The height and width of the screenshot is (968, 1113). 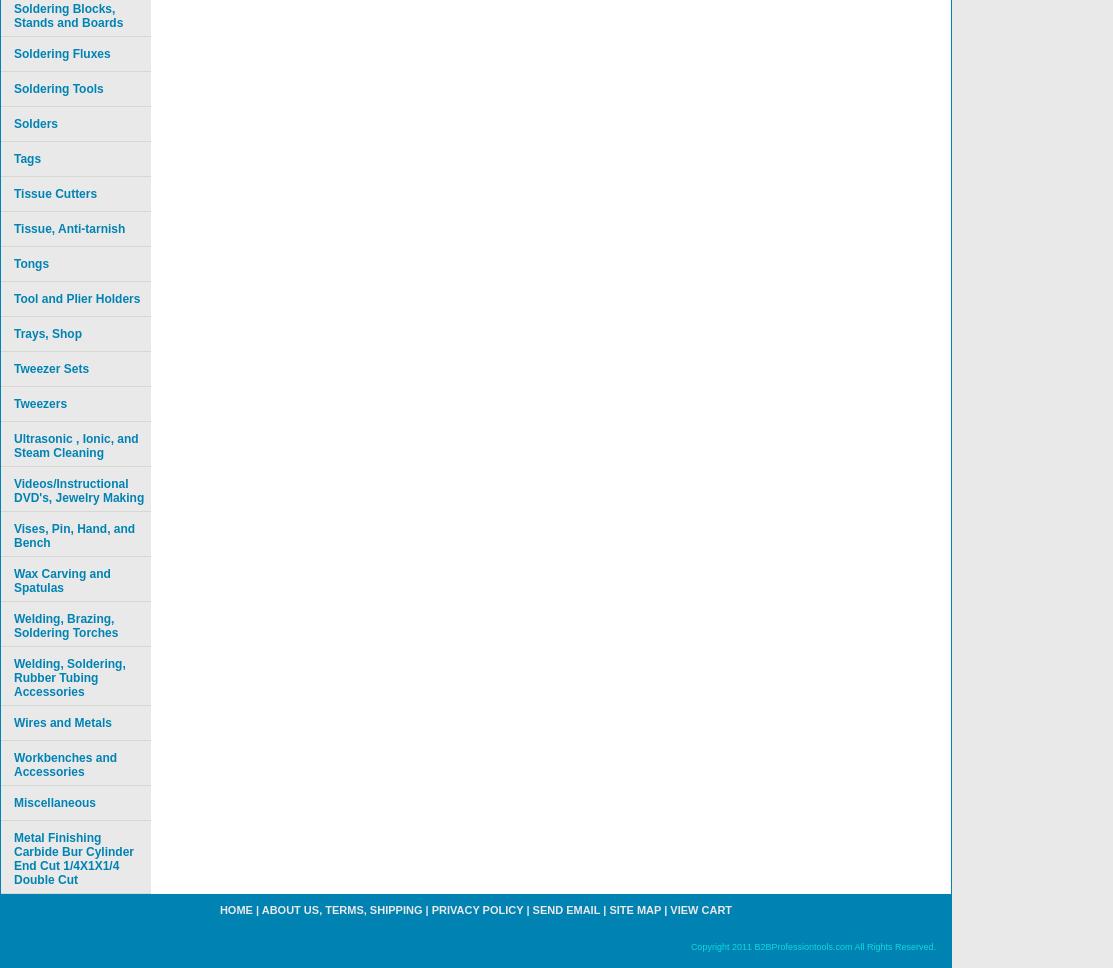 What do you see at coordinates (689, 945) in the screenshot?
I see `'Copyright 2011 B2BProfessiontools.com All Rights Reserved.'` at bounding box center [689, 945].